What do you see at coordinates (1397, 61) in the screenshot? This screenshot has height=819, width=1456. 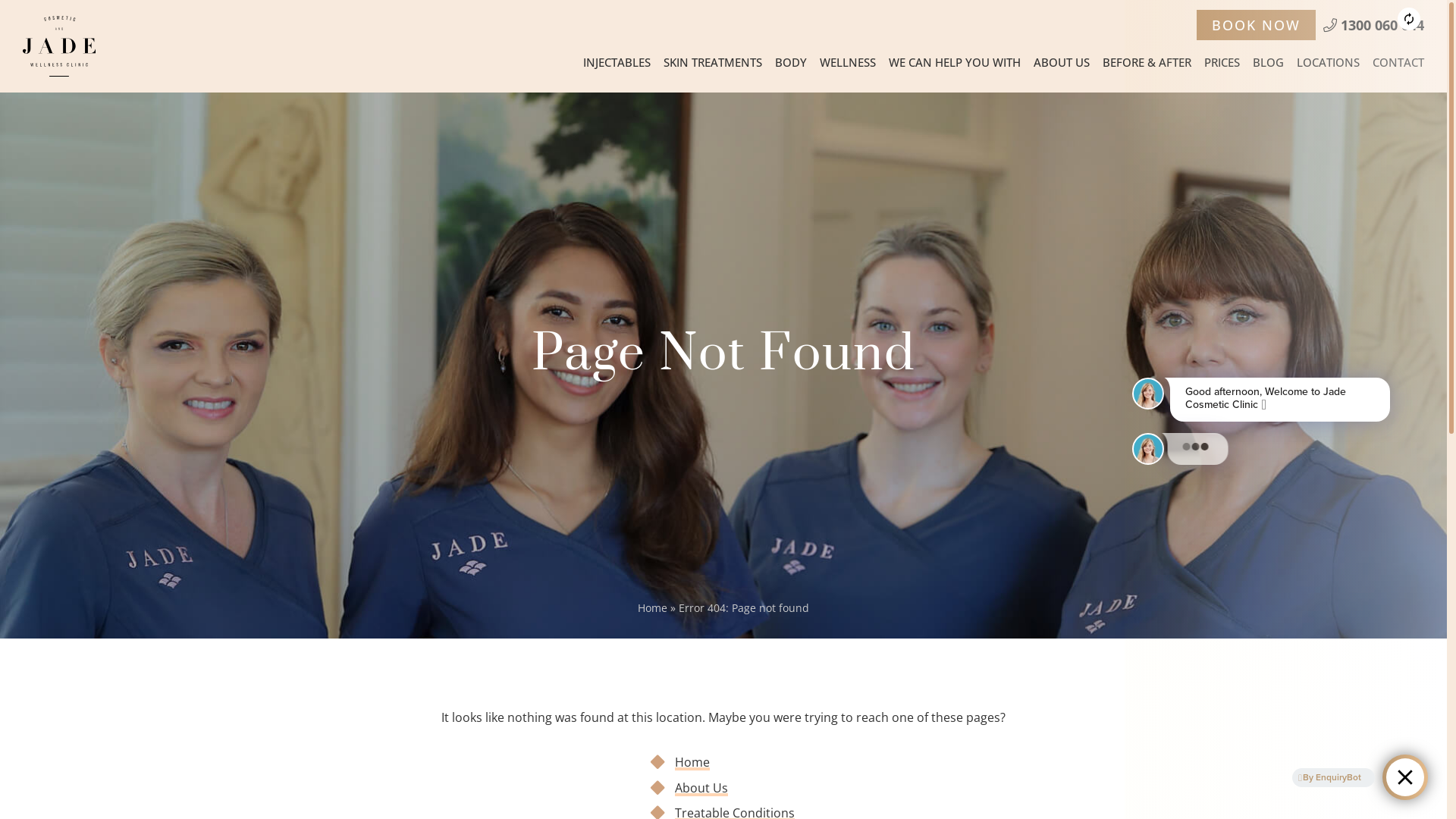 I see `'CONTACT'` at bounding box center [1397, 61].